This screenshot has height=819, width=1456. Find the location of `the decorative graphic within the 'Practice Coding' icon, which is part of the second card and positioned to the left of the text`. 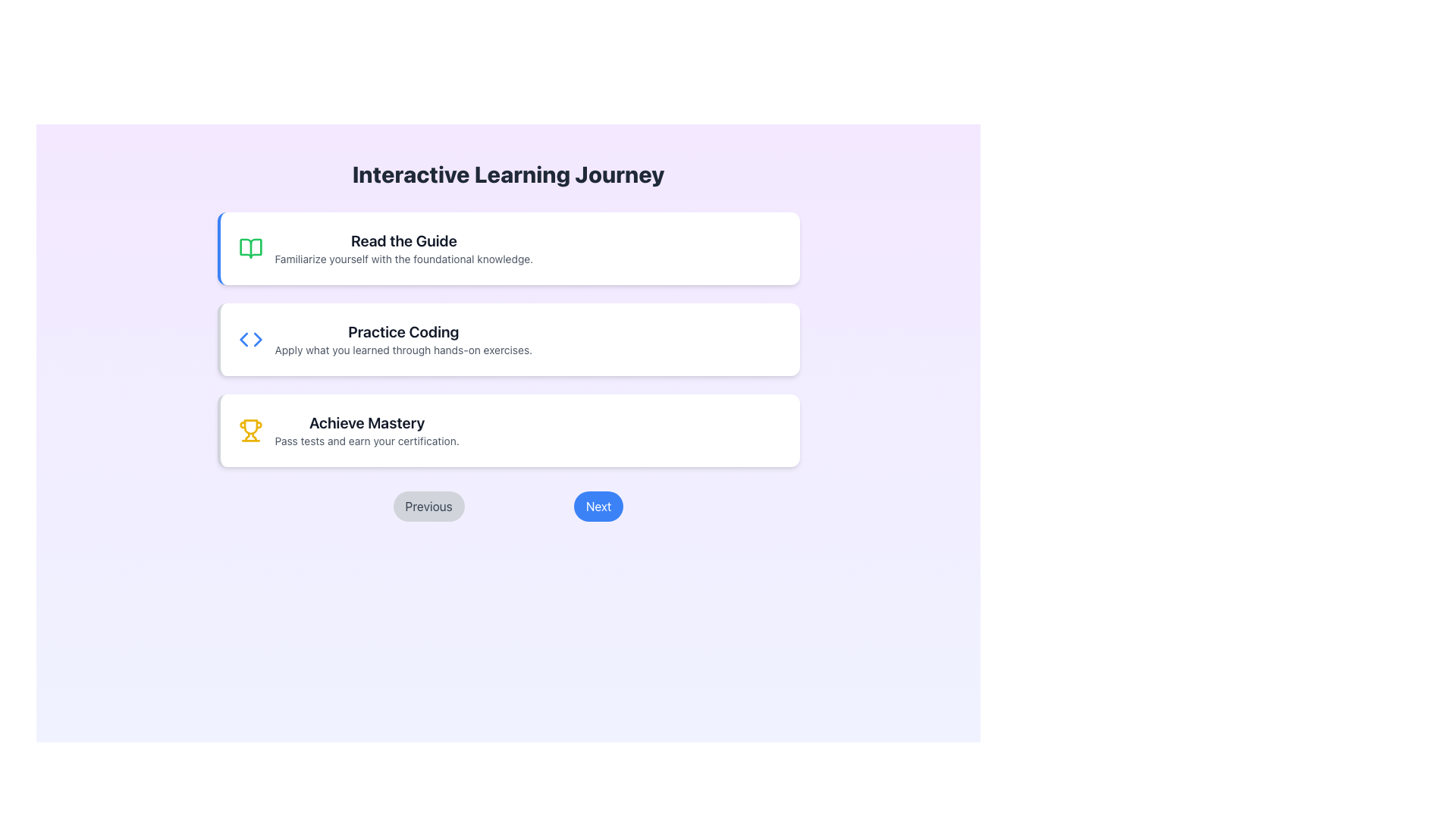

the decorative graphic within the 'Practice Coding' icon, which is part of the second card and positioned to the left of the text is located at coordinates (257, 338).